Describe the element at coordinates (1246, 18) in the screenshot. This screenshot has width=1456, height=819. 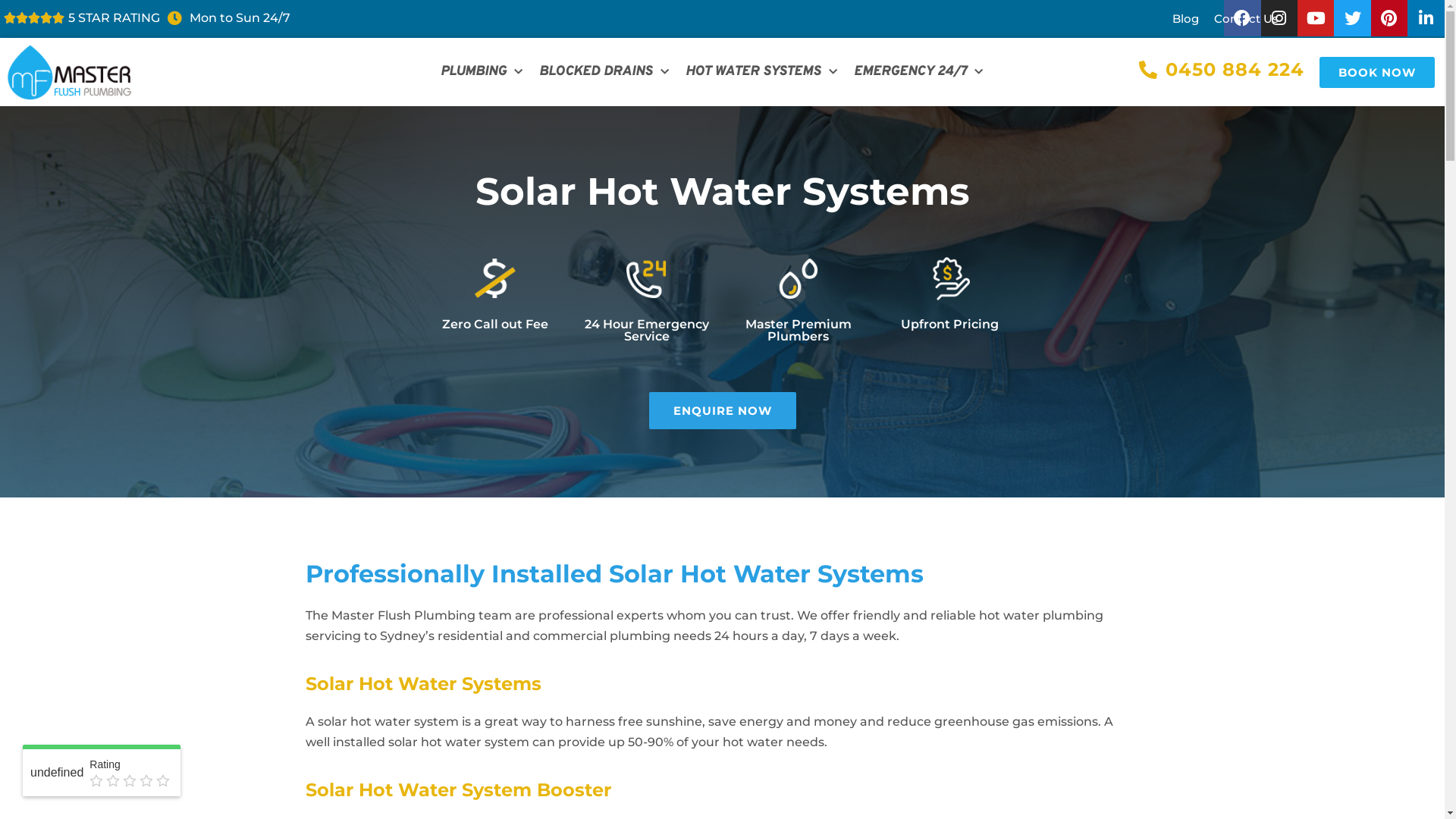
I see `'Contact Us'` at that location.